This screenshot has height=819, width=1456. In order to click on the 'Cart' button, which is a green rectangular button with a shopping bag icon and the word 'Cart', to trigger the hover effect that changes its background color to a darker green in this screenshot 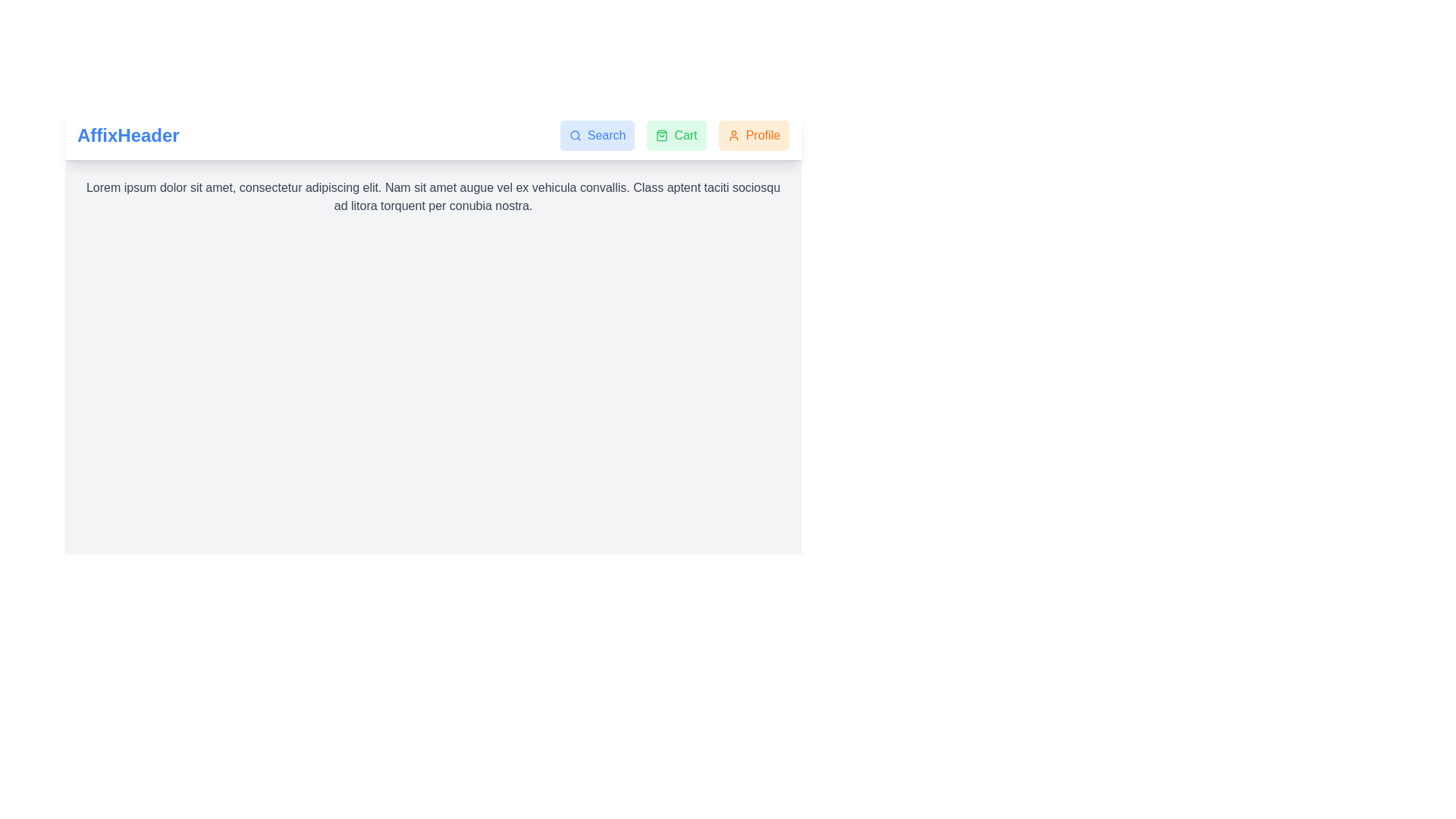, I will do `click(676, 134)`.